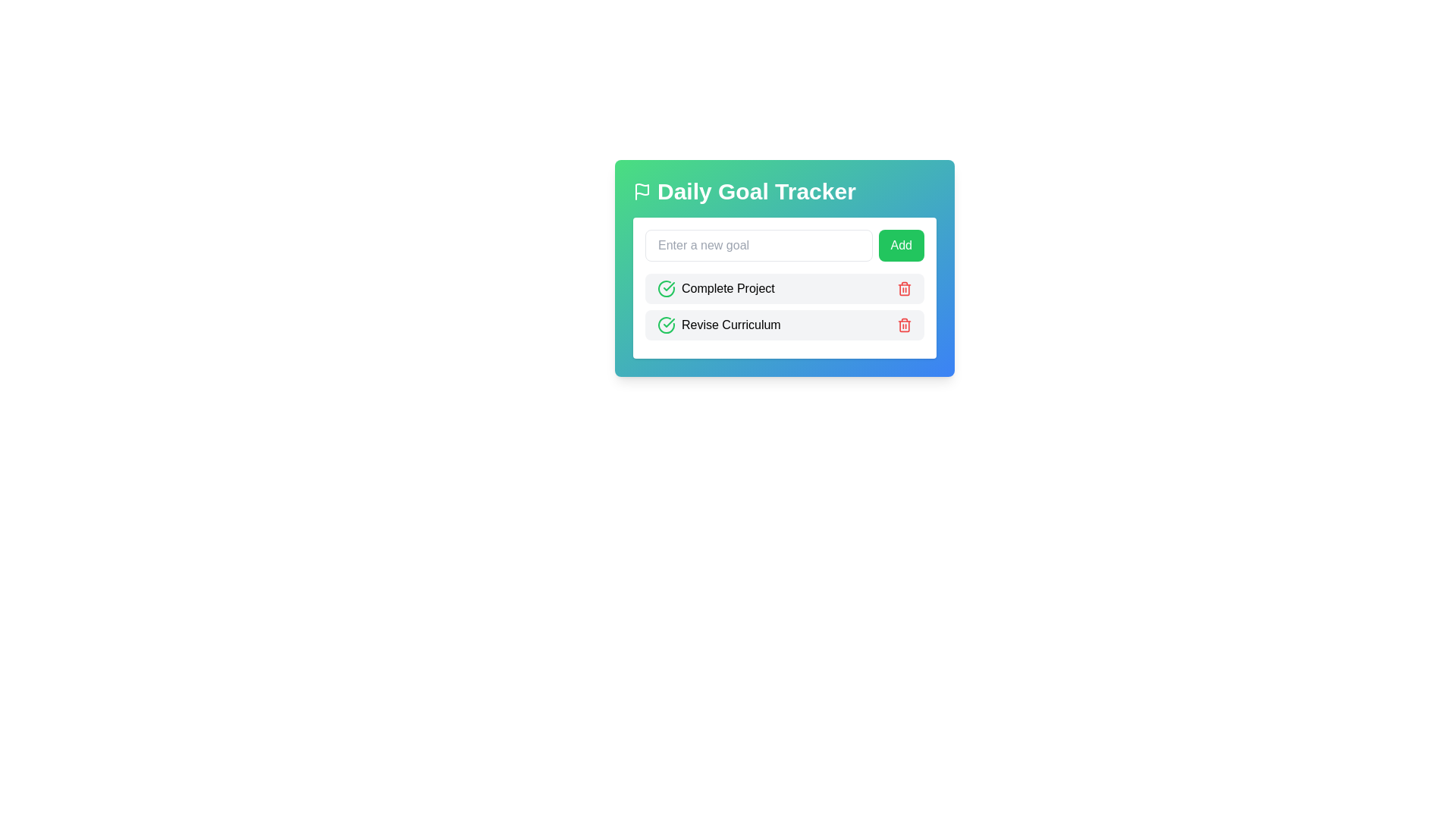 This screenshot has height=819, width=1456. Describe the element at coordinates (785, 288) in the screenshot. I see `the first list item labeled 'Complete Project' in the 'Daily Goal Tracker' to mark it as complete` at that location.